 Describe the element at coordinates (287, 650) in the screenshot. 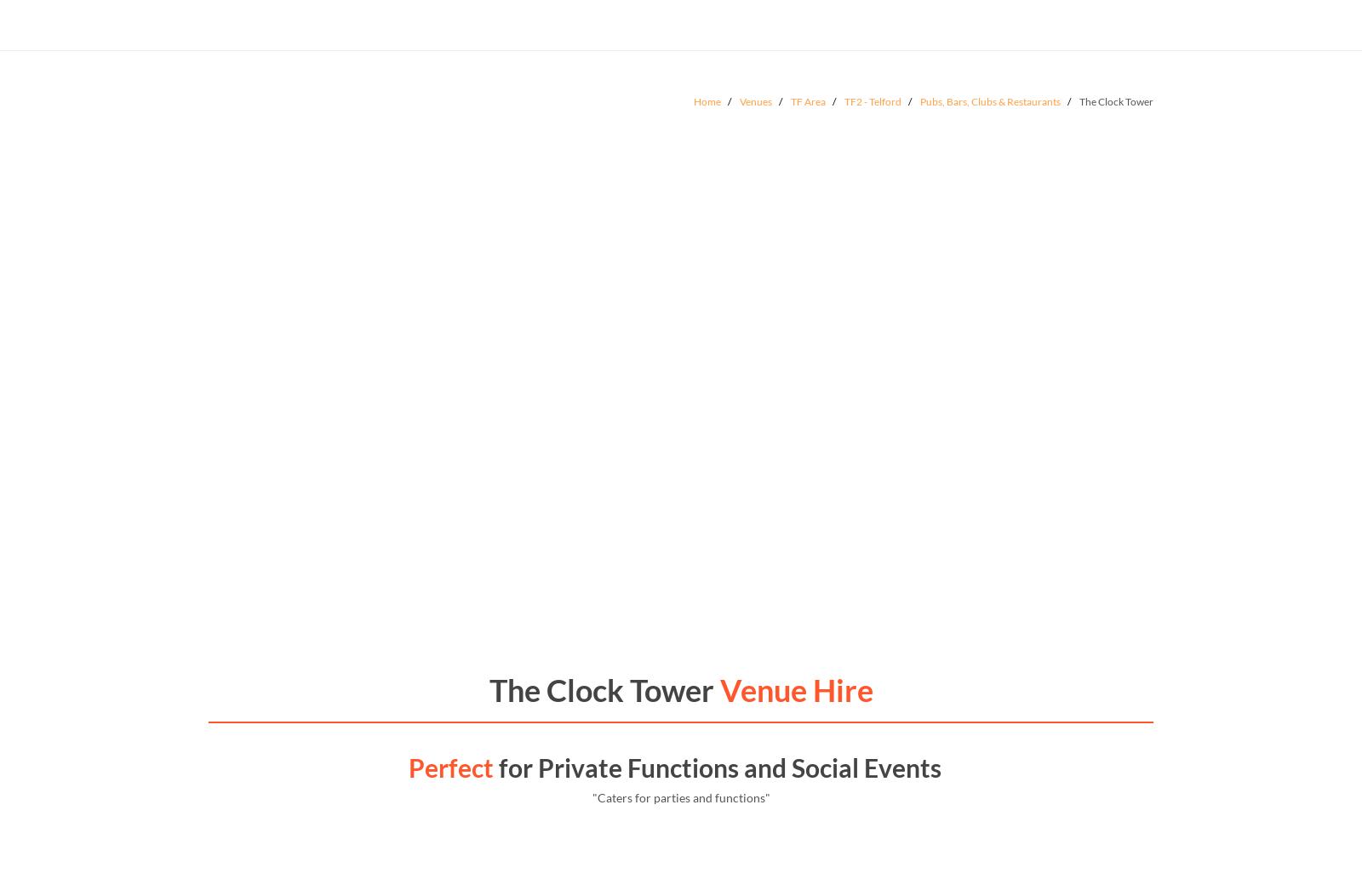

I see `'The Beehive'` at that location.